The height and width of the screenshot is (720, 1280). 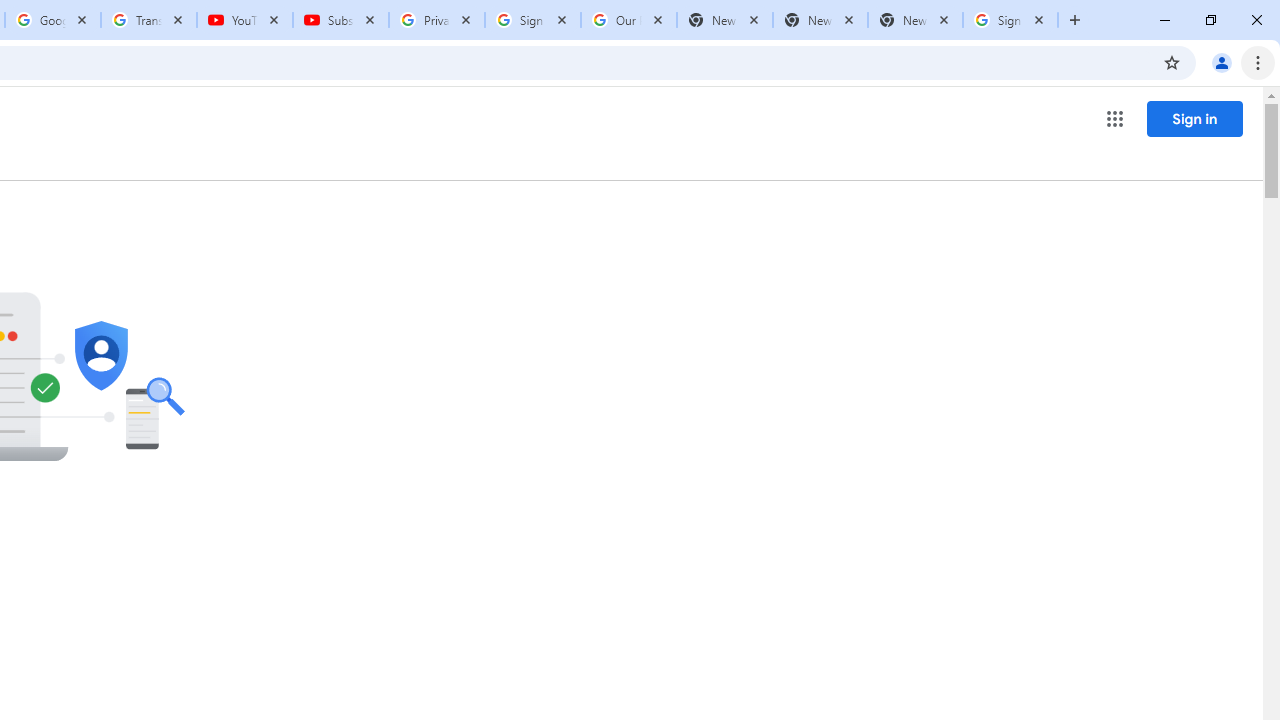 I want to click on 'Restore', so click(x=1209, y=20).